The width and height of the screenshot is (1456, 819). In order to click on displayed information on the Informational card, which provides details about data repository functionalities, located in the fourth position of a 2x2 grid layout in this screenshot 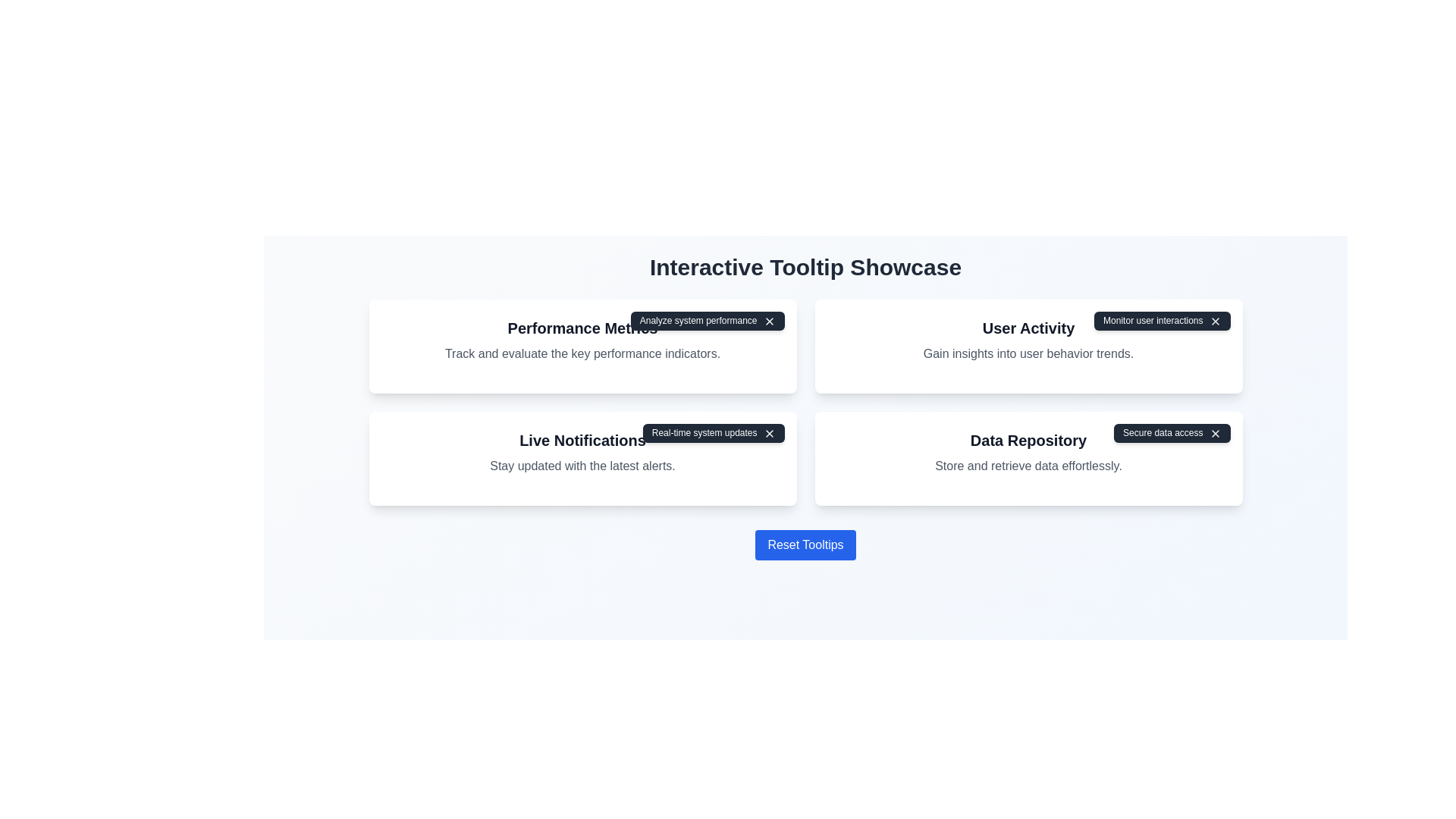, I will do `click(1028, 458)`.